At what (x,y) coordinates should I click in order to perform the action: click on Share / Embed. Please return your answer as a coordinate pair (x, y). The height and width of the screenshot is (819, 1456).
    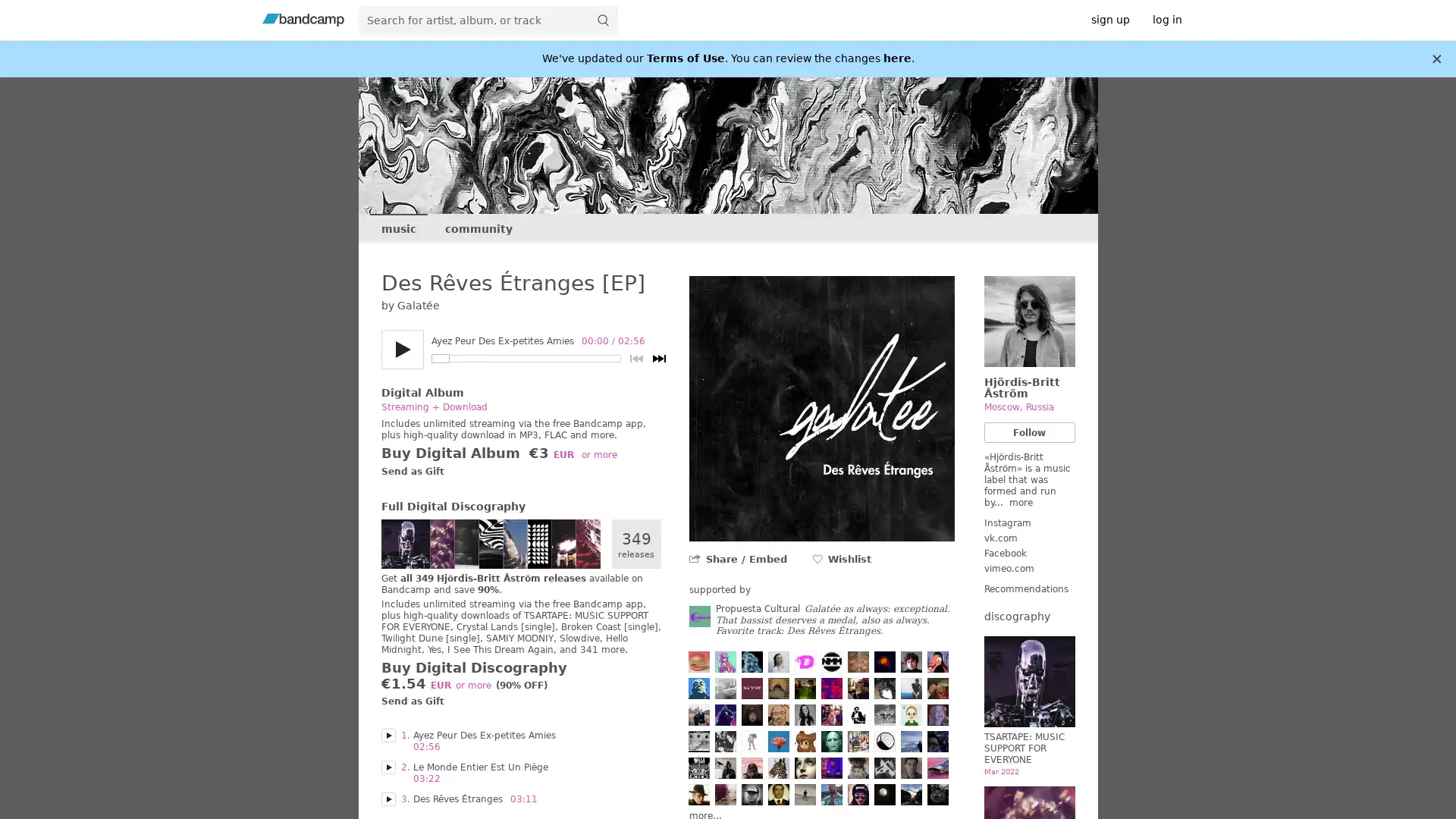
    Looking at the image, I should click on (745, 559).